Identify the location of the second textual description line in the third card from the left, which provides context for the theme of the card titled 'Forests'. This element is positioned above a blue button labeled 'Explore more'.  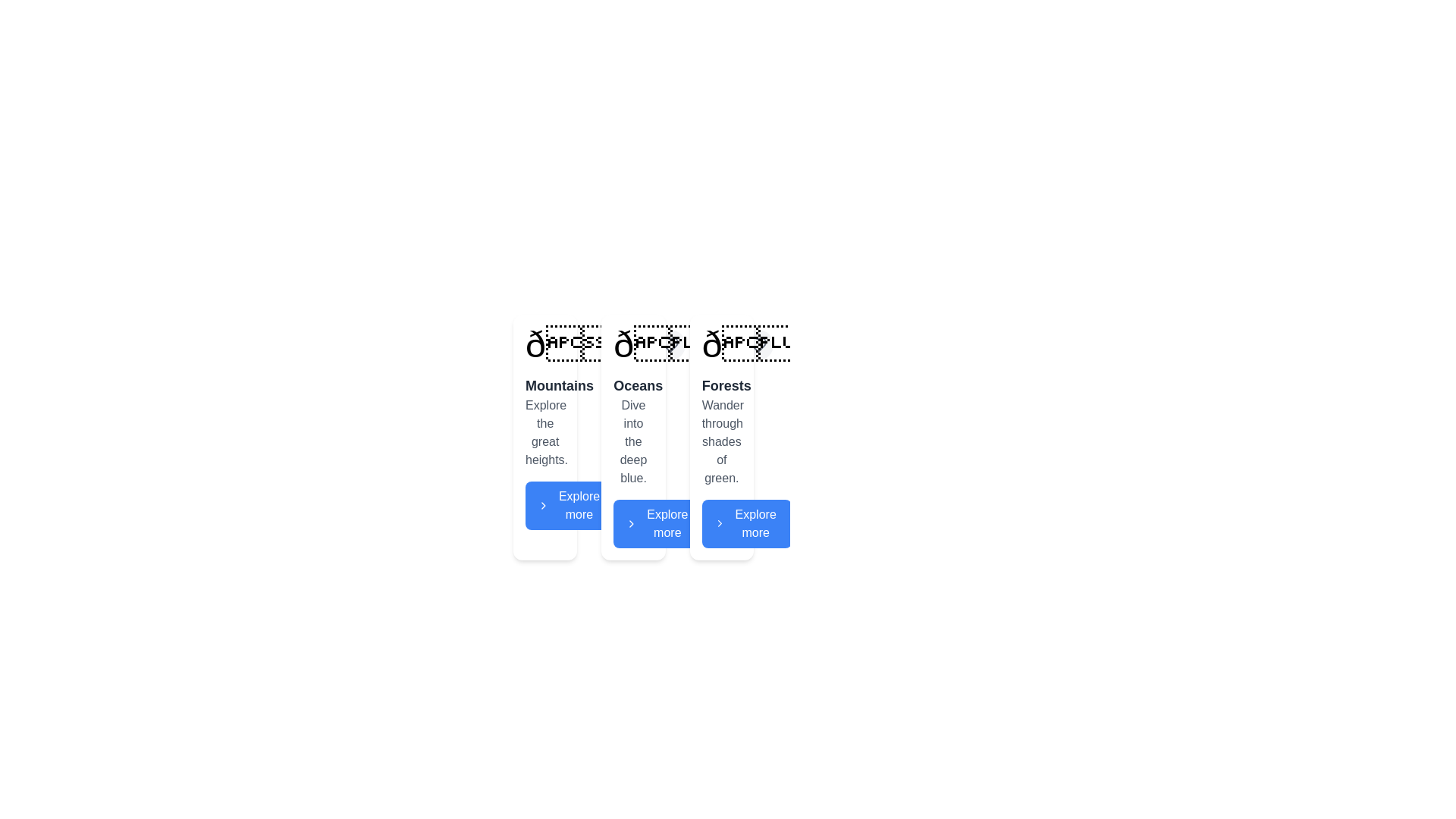
(720, 441).